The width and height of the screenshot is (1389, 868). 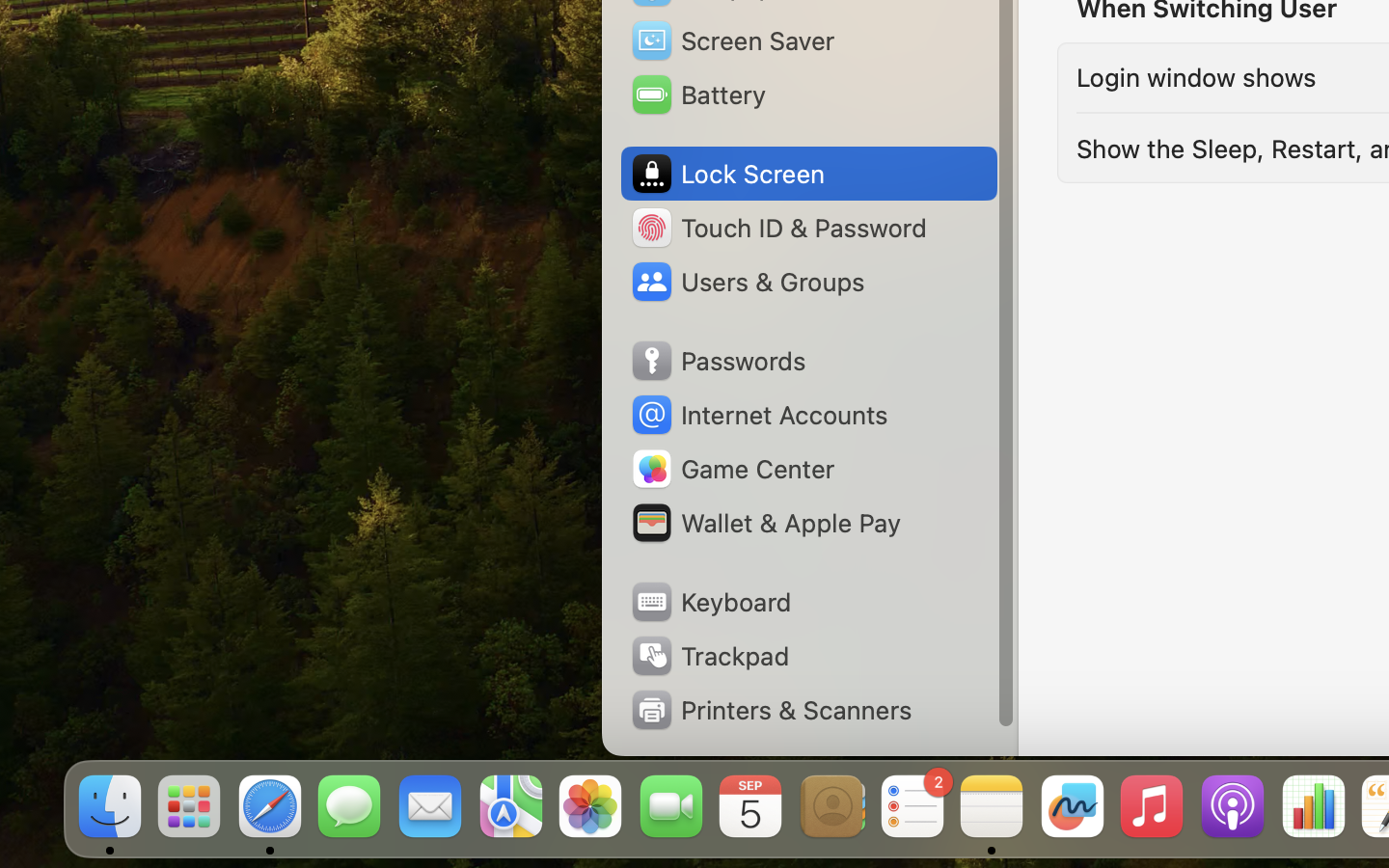 What do you see at coordinates (708, 601) in the screenshot?
I see `'Keyboard'` at bounding box center [708, 601].